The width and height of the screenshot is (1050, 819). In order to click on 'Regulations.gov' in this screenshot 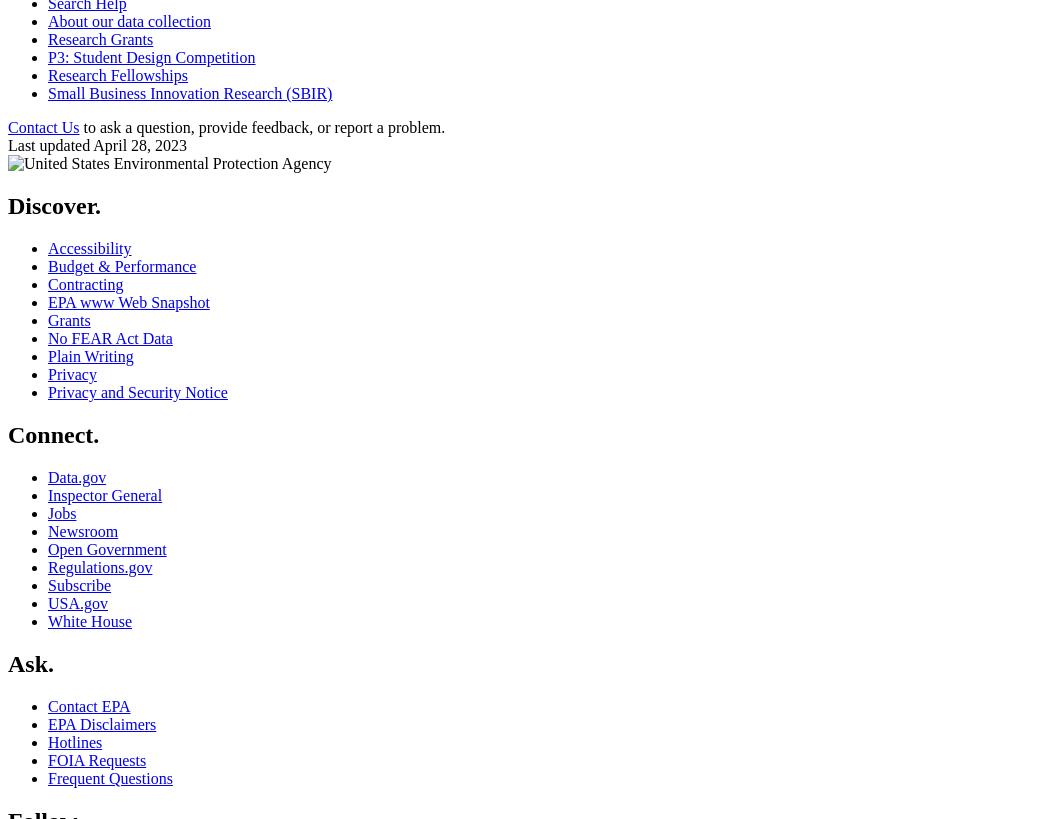, I will do `click(46, 566)`.